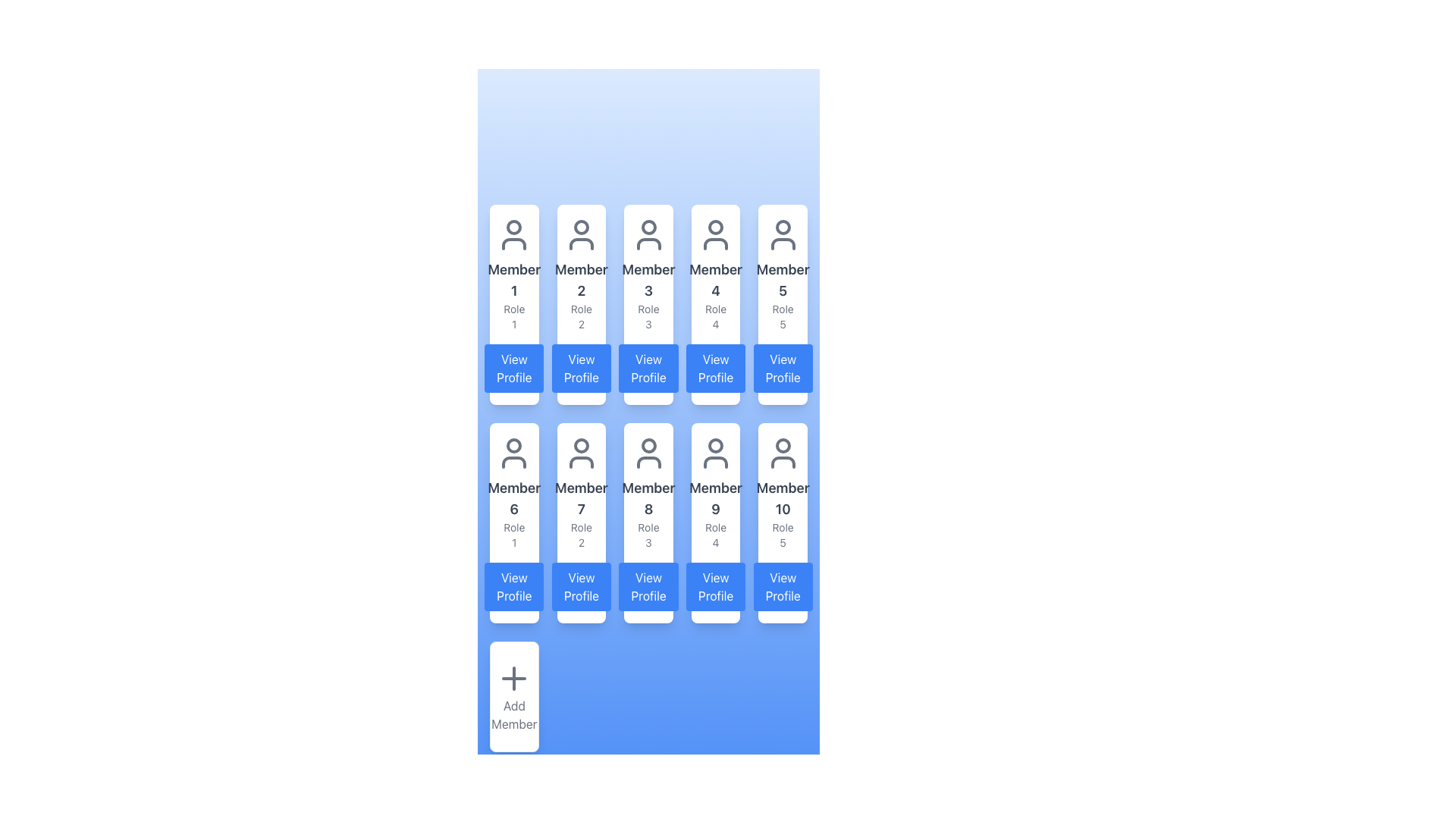  I want to click on the User Avatar/Icon located at the top of the card for 'Member 5', so click(783, 234).